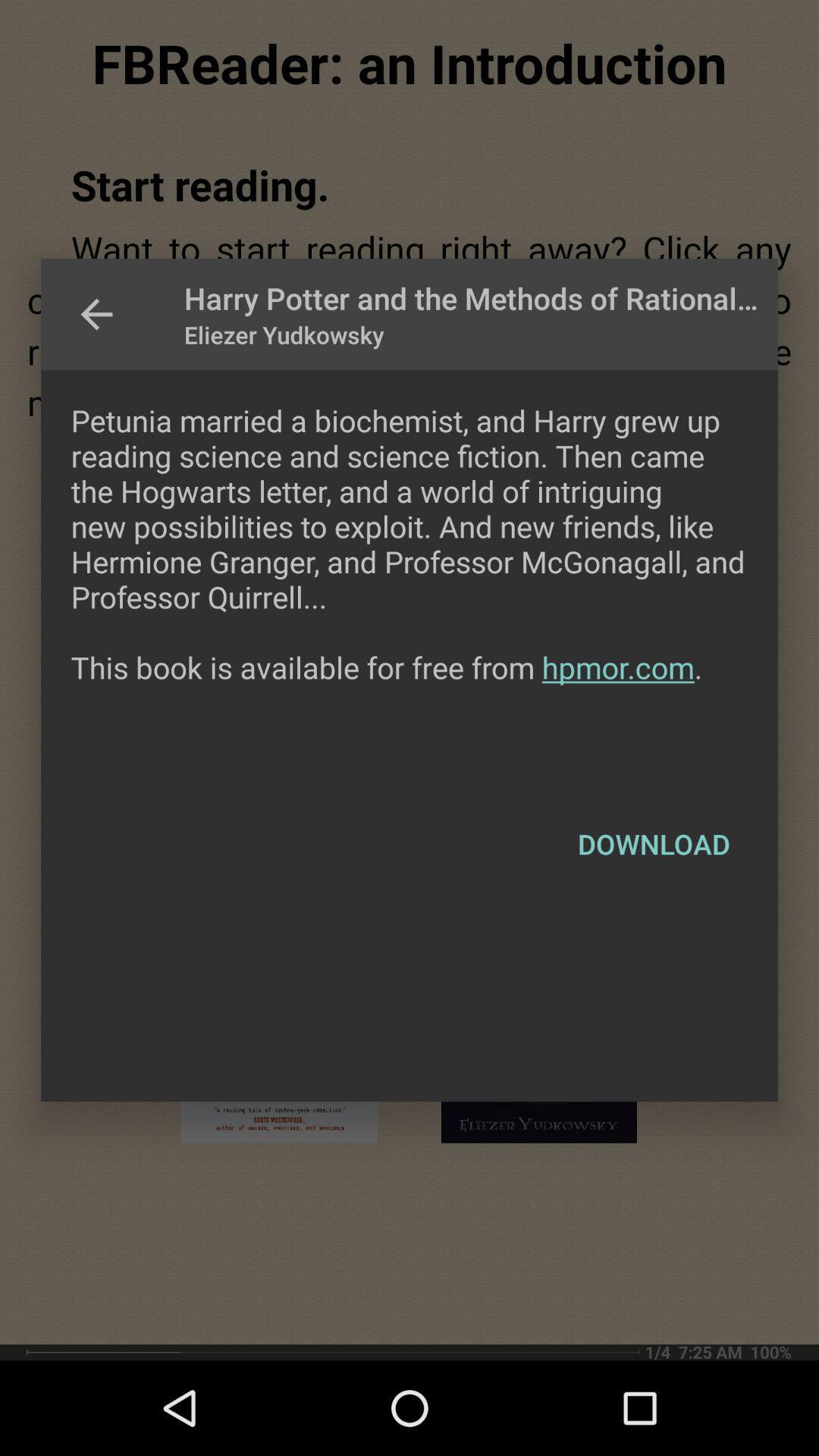 This screenshot has width=819, height=1456. I want to click on the icon above petunia married a item, so click(96, 313).